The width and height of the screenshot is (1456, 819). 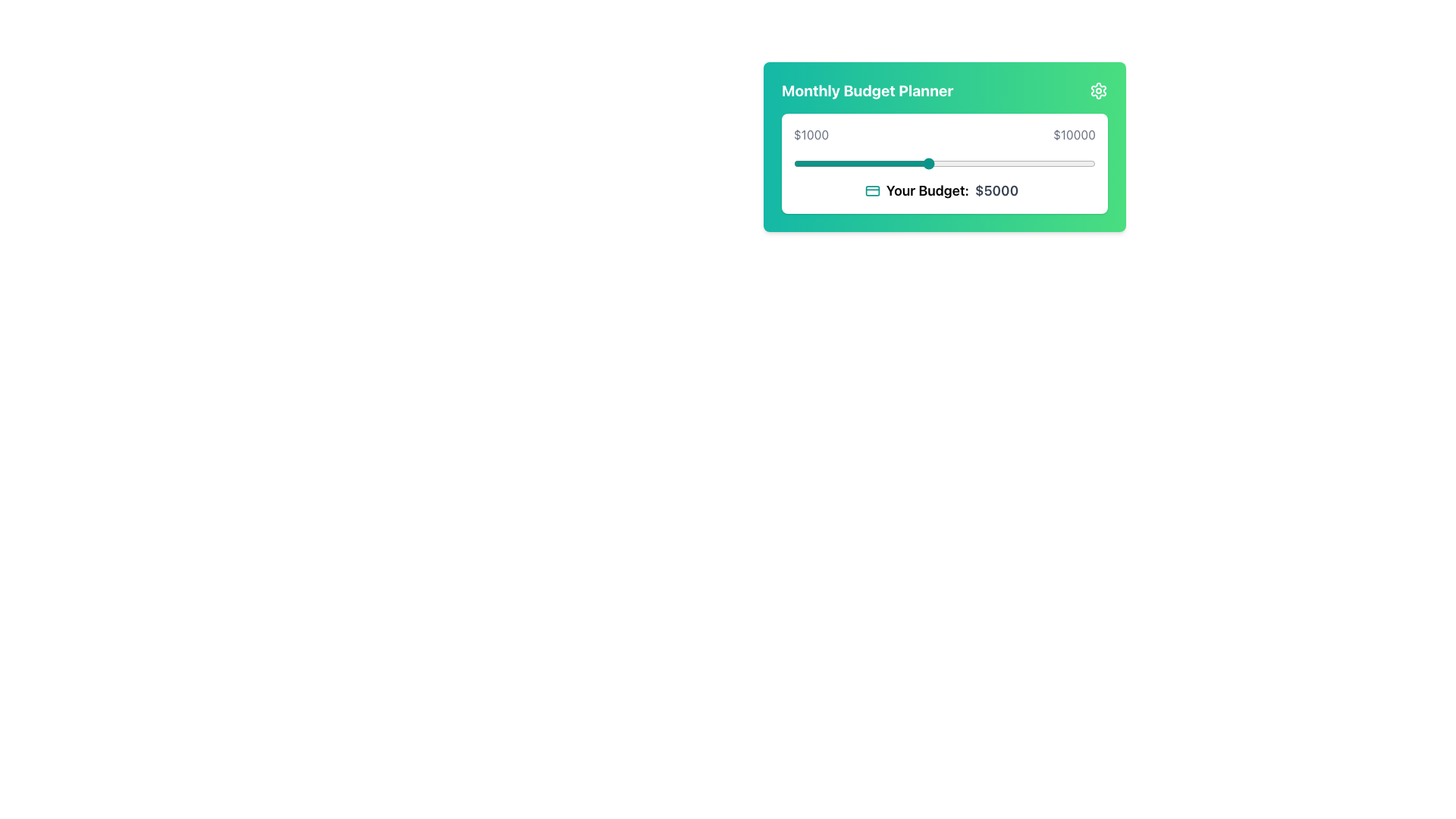 I want to click on the budget slider, so click(x=902, y=164).